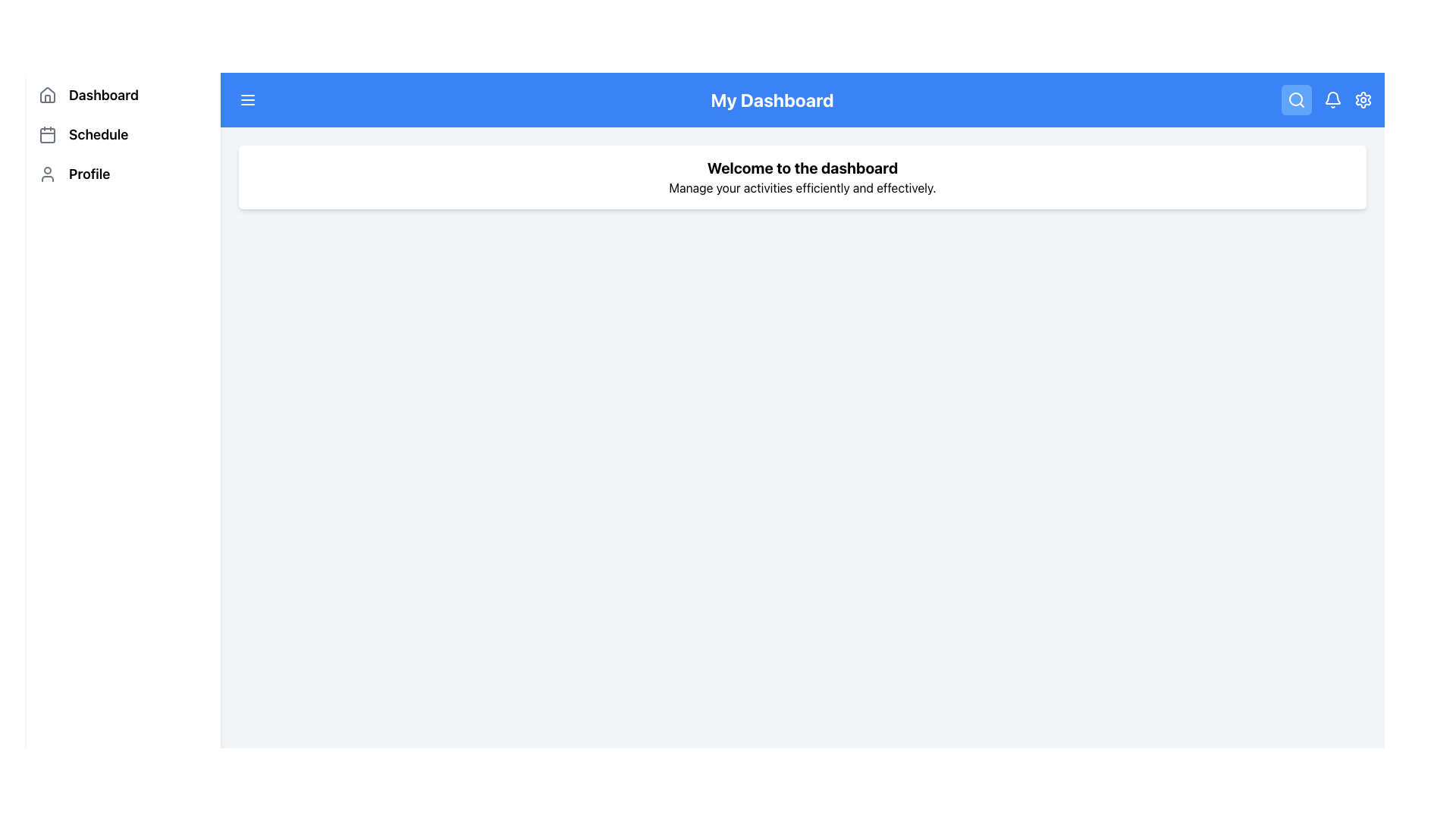  What do you see at coordinates (47, 174) in the screenshot?
I see `the 'Profile' menu item icon located in the sidebar menu, which is positioned directly below the 'Schedule' menu item` at bounding box center [47, 174].